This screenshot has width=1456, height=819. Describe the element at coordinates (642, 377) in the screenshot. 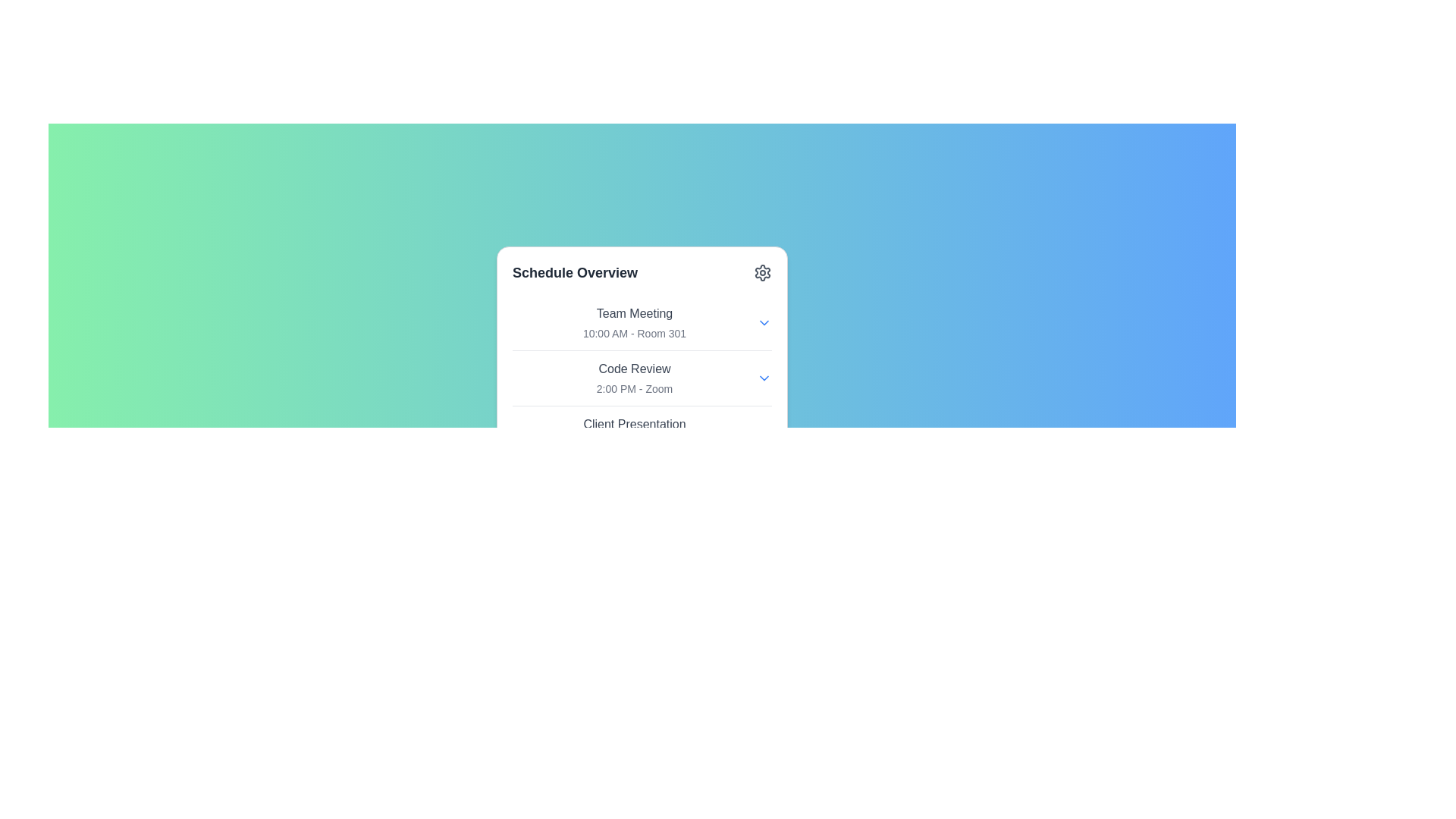

I see `the 'Code Review' information block that displays '2:00 PM - Zoom', which is the second item in the schedule overview box` at that location.